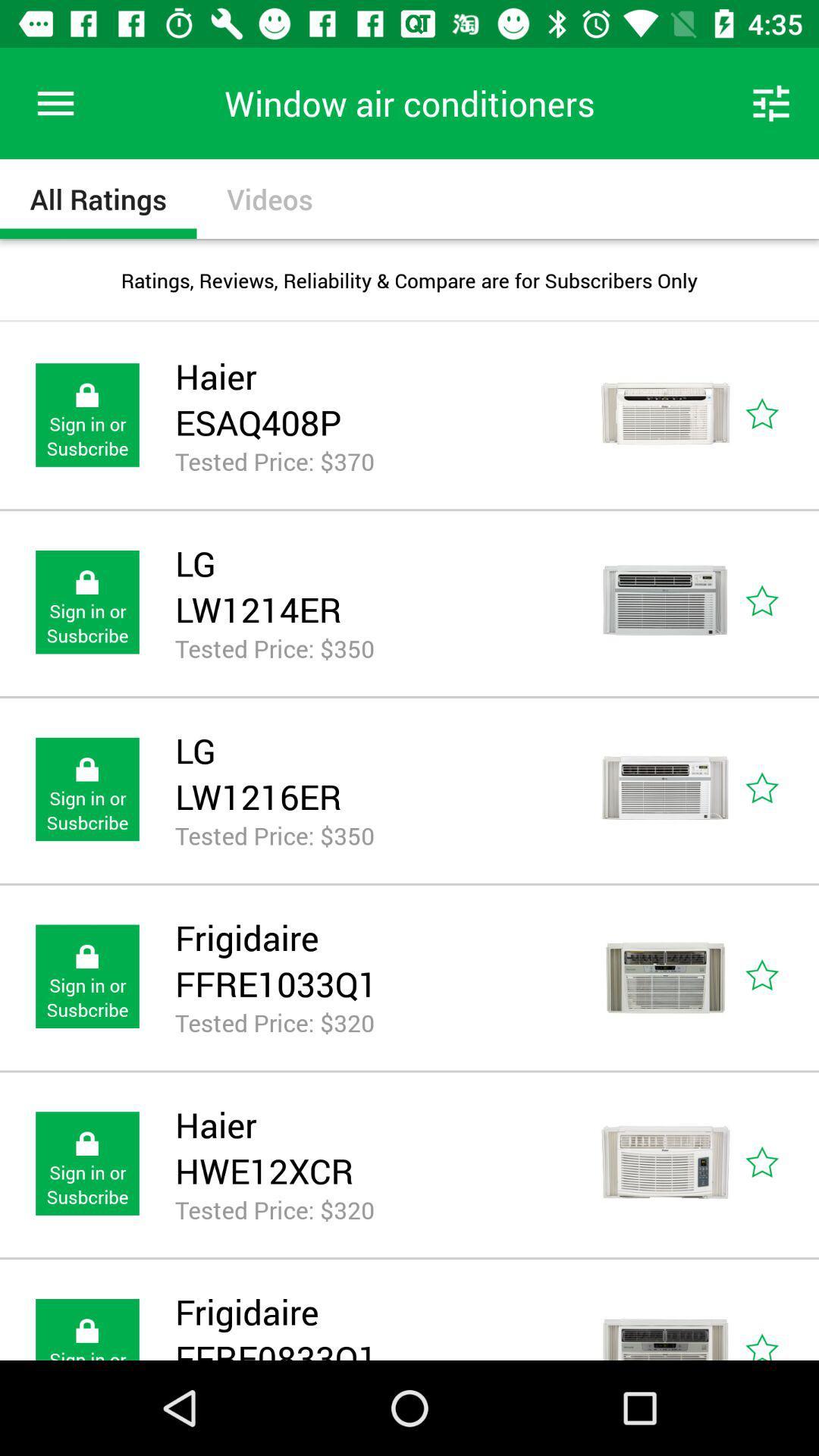 This screenshot has height=1456, width=819. I want to click on favourite, so click(779, 1163).